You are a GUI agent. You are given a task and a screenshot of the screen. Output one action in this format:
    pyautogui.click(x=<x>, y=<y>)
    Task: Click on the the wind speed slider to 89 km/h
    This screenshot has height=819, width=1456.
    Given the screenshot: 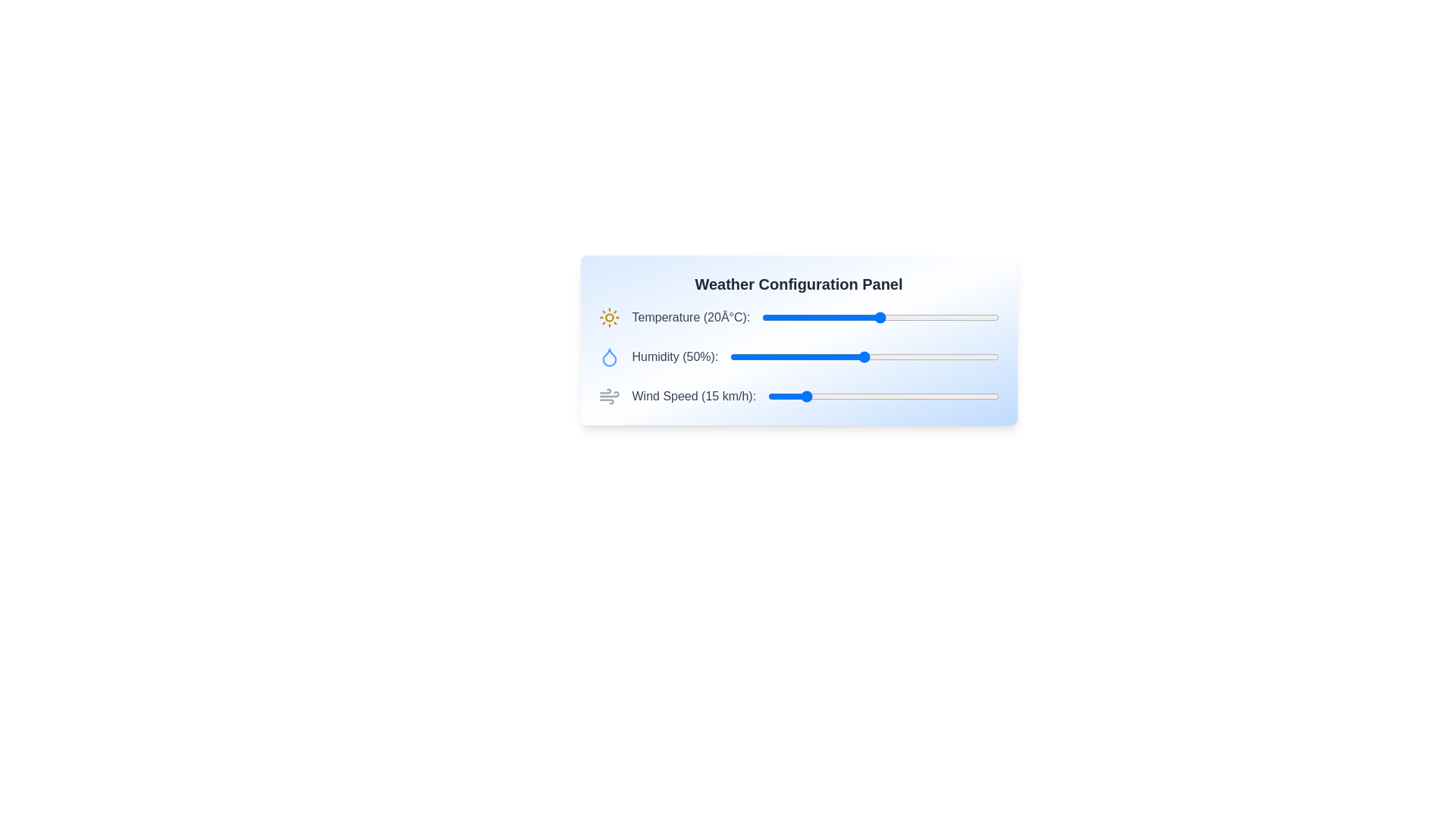 What is the action you would take?
    pyautogui.click(x=974, y=396)
    